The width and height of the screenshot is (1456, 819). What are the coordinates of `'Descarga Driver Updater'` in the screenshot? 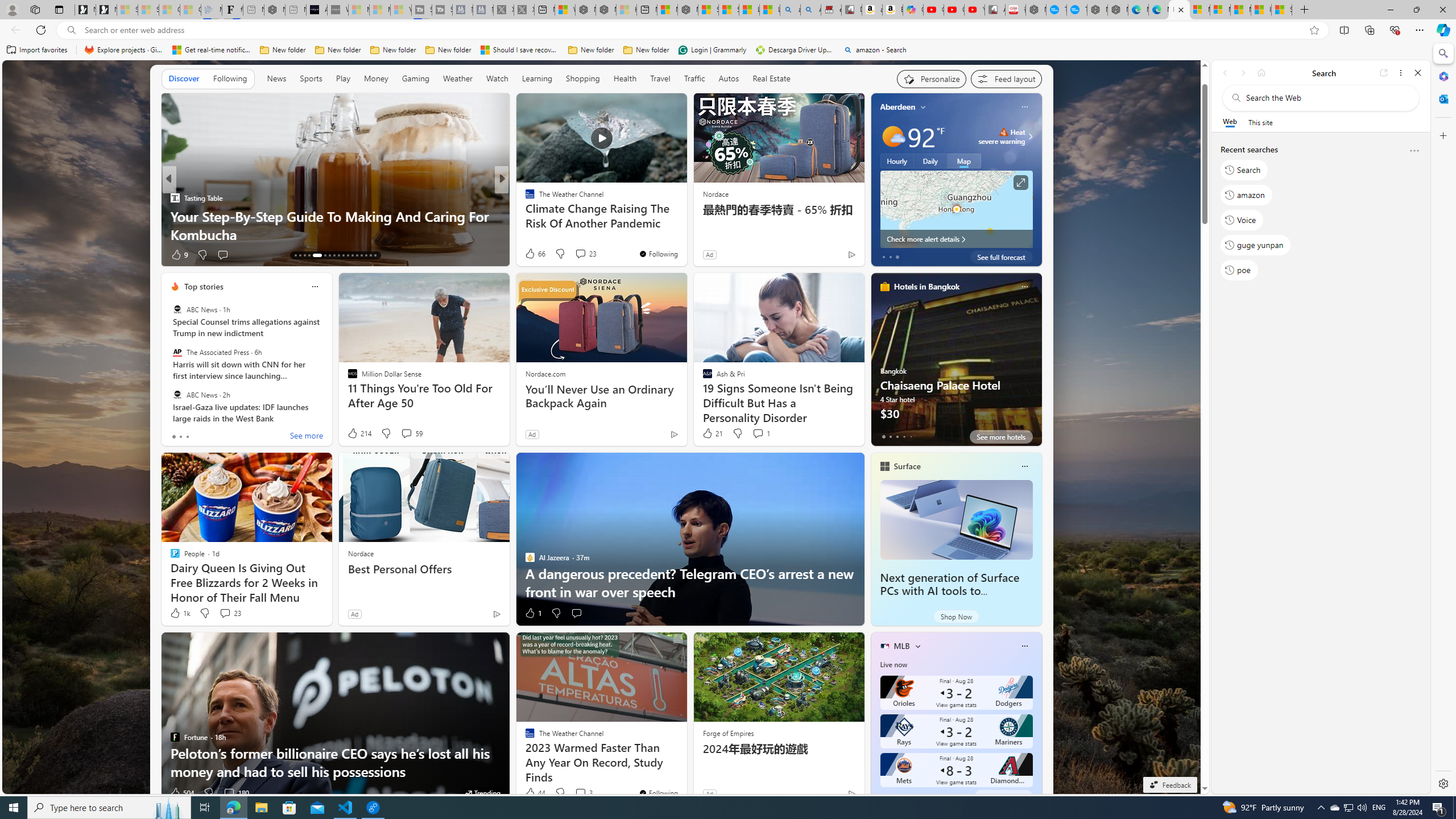 It's located at (795, 49).